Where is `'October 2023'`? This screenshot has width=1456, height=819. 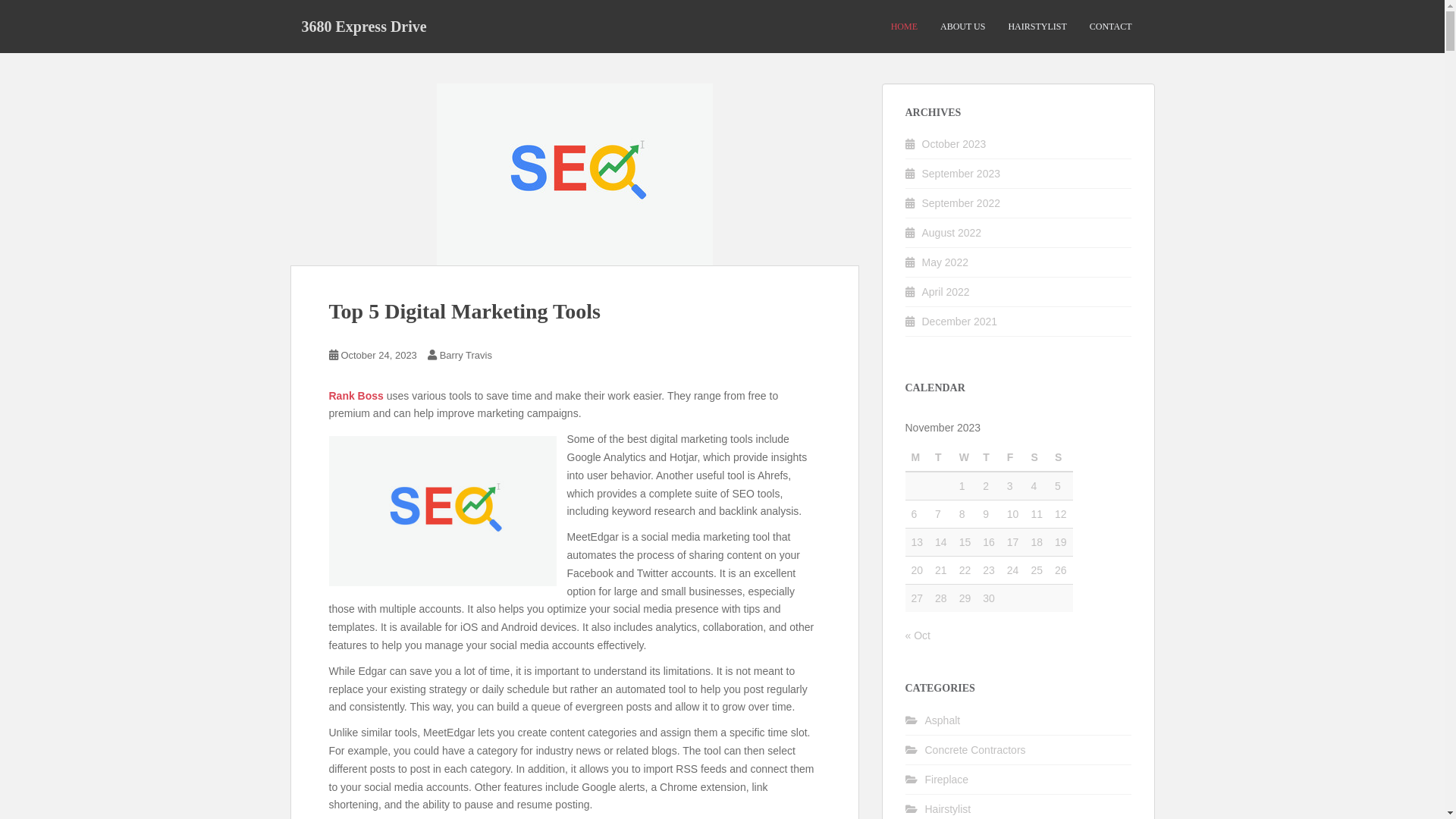 'October 2023' is located at coordinates (953, 143).